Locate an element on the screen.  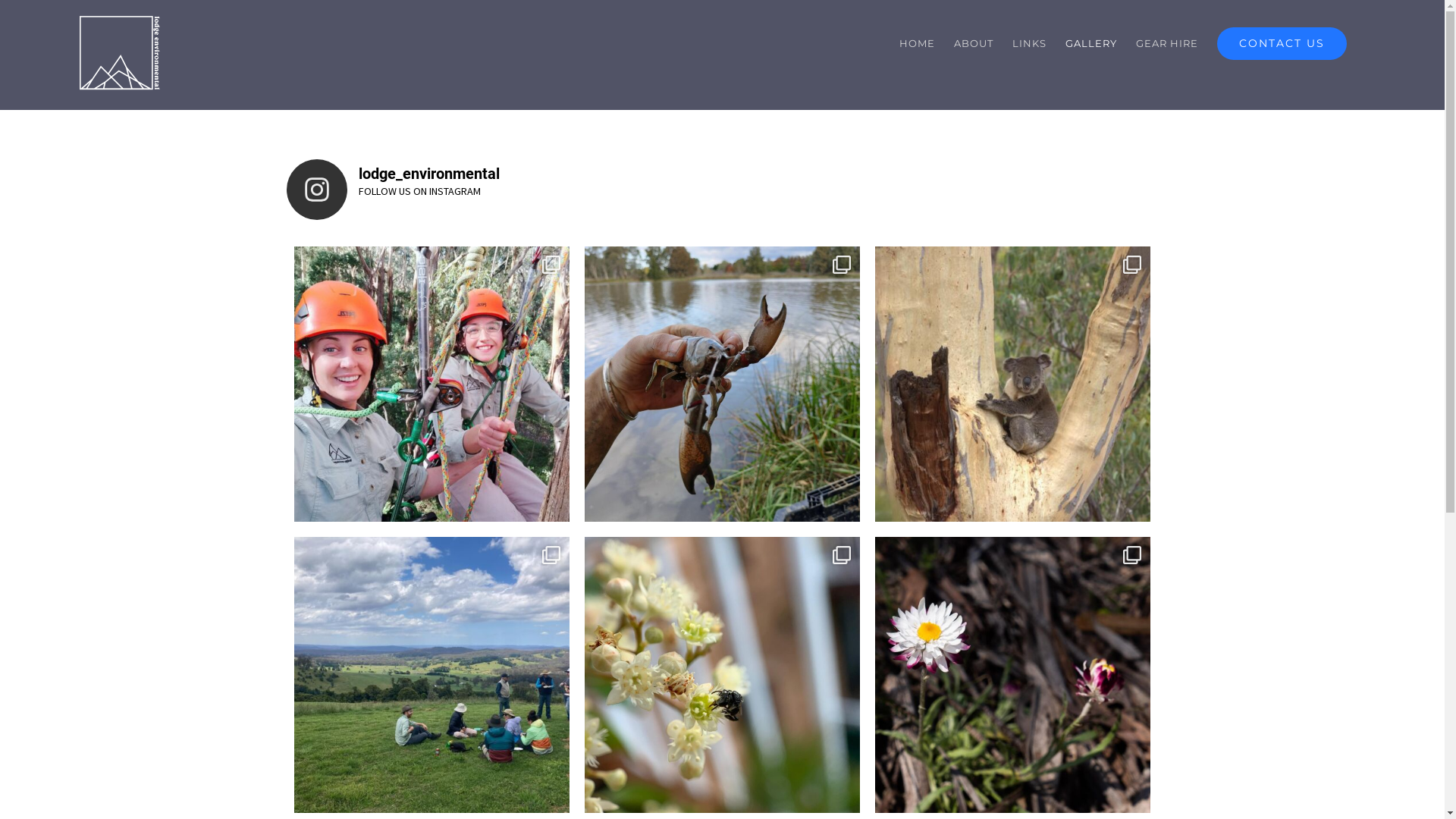
'LINKS' is located at coordinates (1012, 42).